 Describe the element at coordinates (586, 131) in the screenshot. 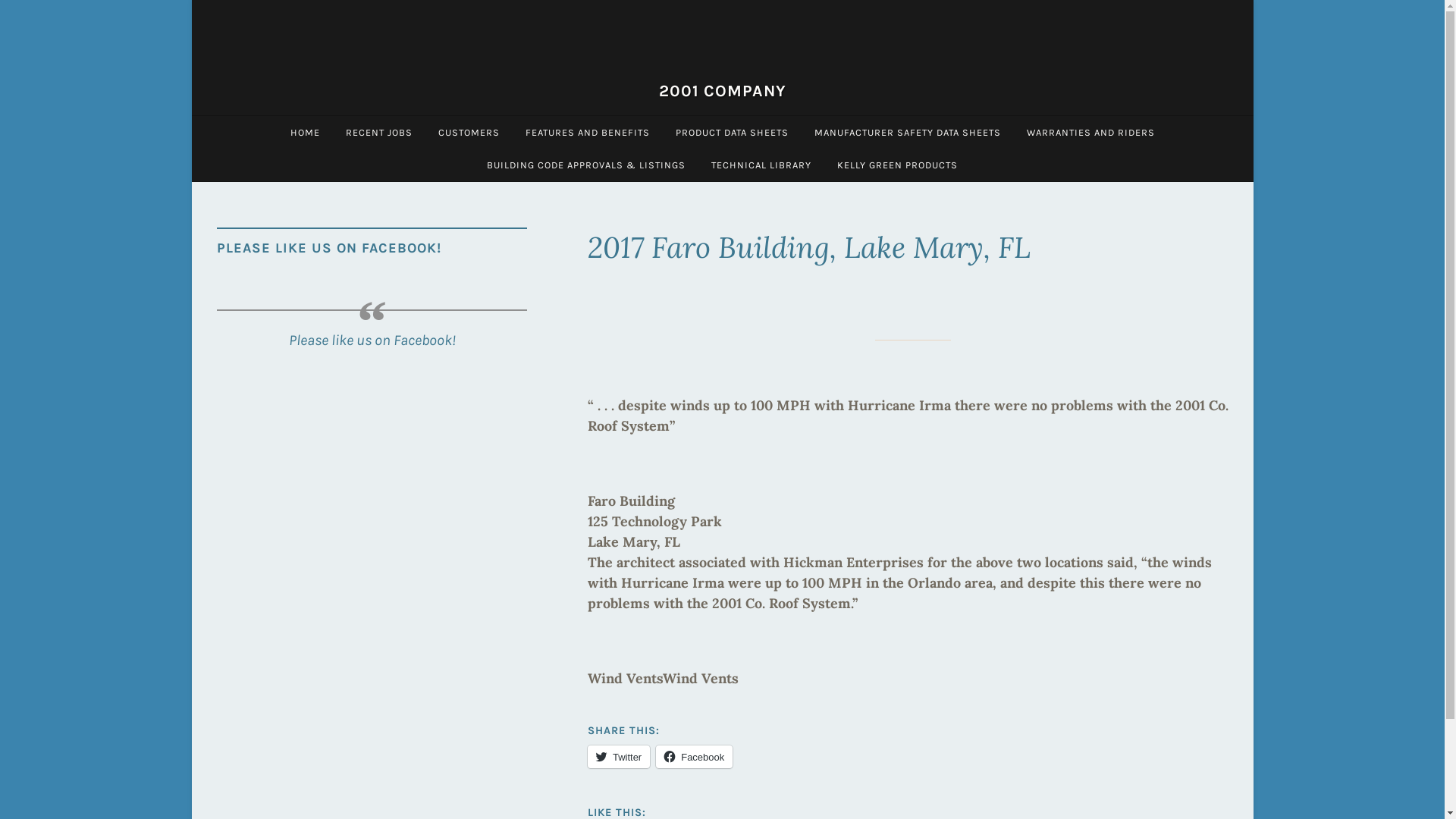

I see `'FEATURES AND BENEFITS'` at that location.